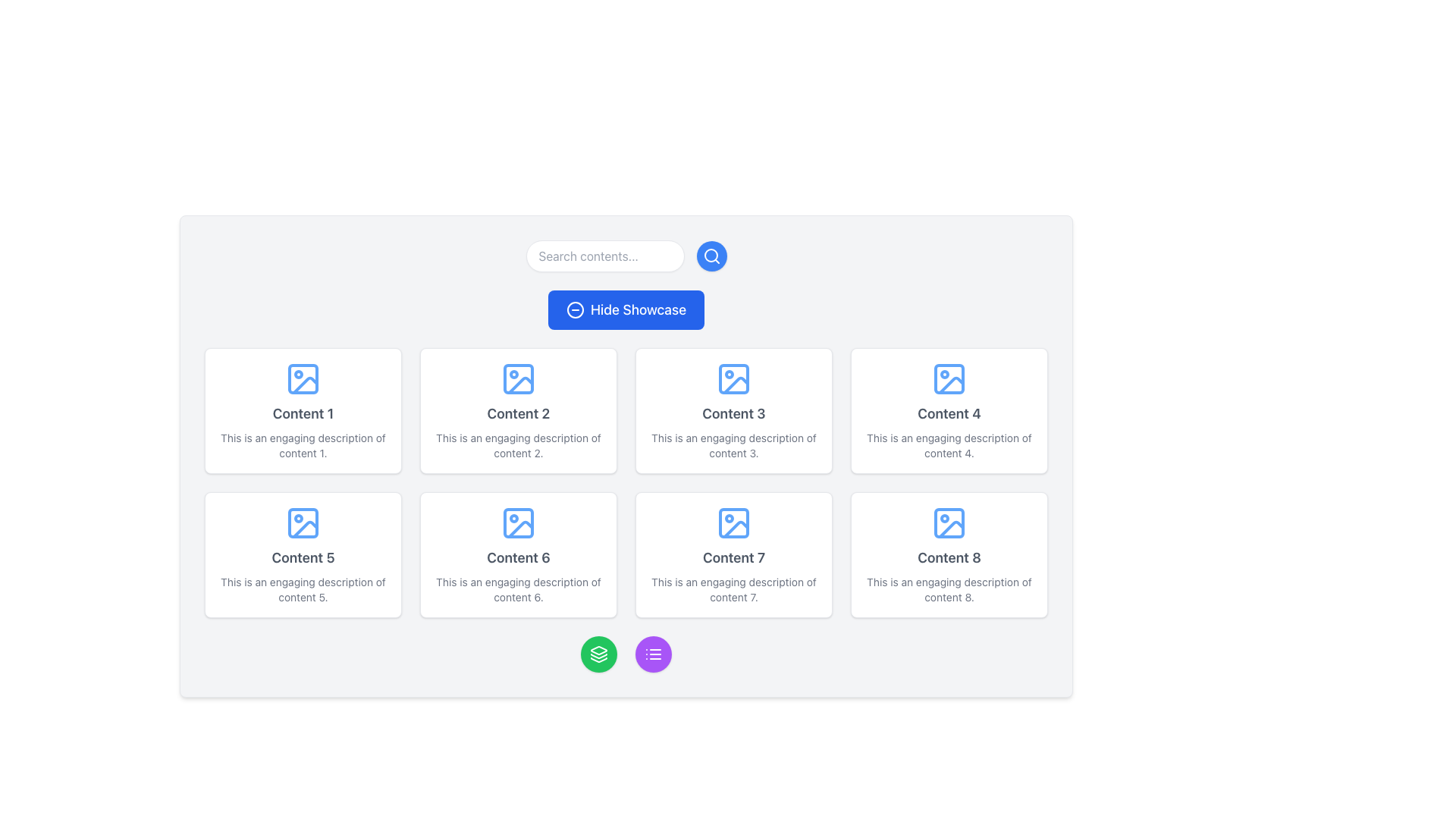 This screenshot has height=819, width=1456. What do you see at coordinates (303, 414) in the screenshot?
I see `text from the Text Label located in the top-left corner of the grid layout, positioned below an image icon and above descriptive text` at bounding box center [303, 414].